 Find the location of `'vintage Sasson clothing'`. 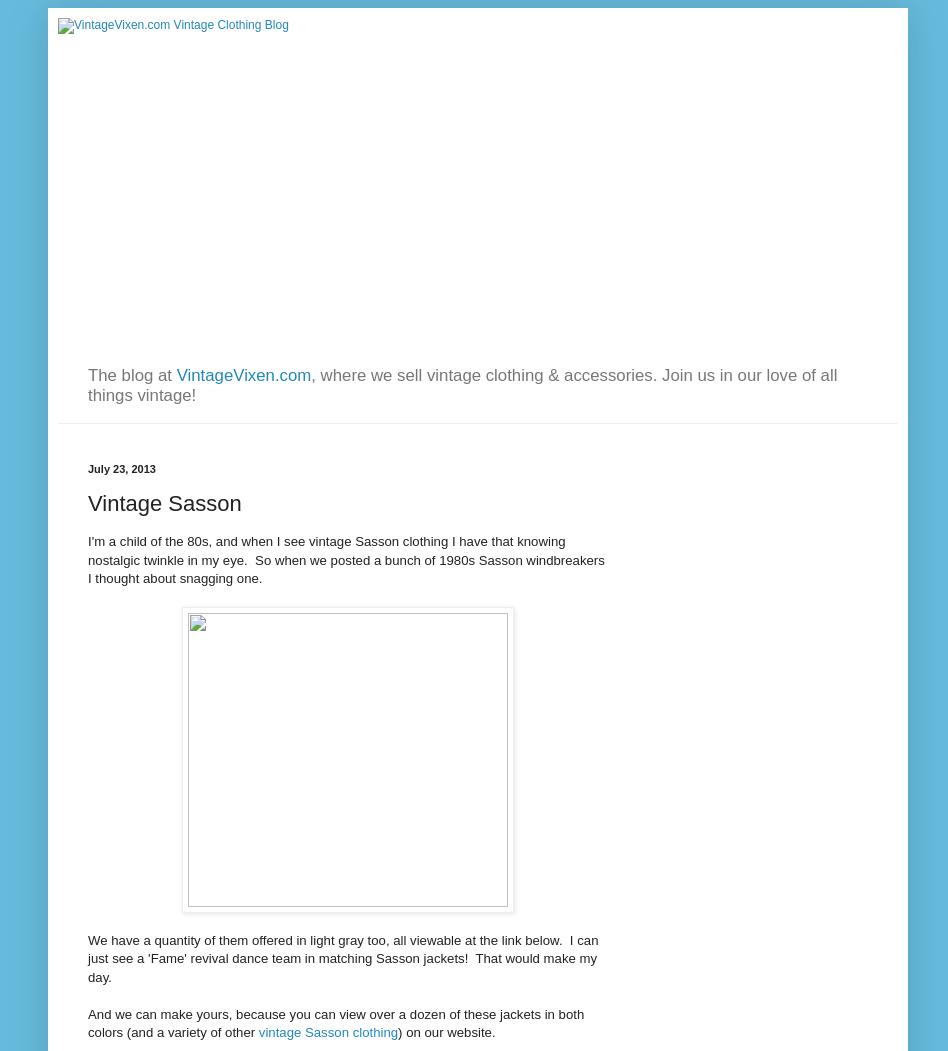

'vintage Sasson clothing' is located at coordinates (328, 1031).